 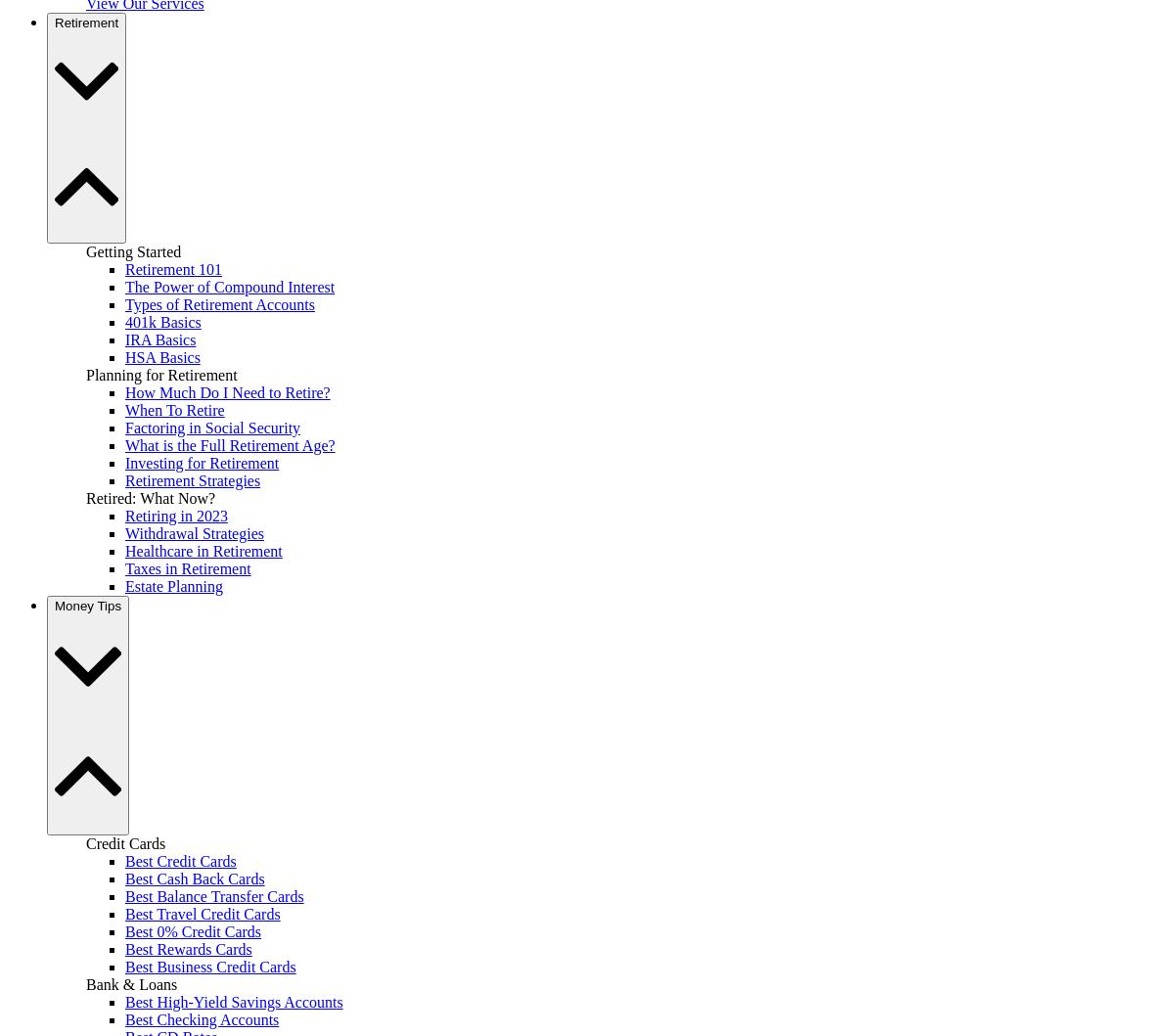 What do you see at coordinates (131, 982) in the screenshot?
I see `'Bank & Loans'` at bounding box center [131, 982].